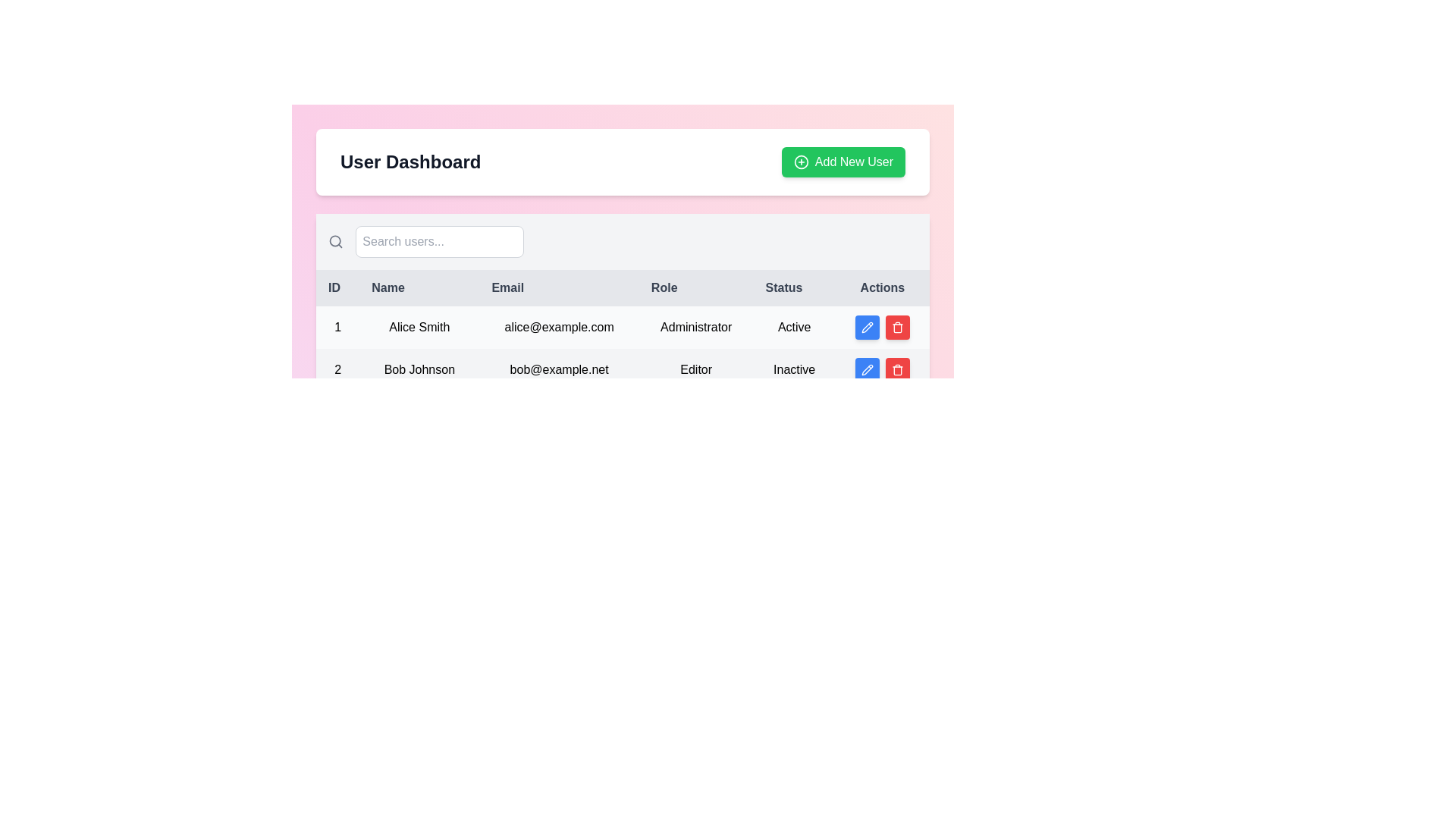 This screenshot has height=819, width=1456. Describe the element at coordinates (695, 370) in the screenshot. I see `the static text element displaying 'Editor' located in the second row of the table under the 'Role' column, following 'Bob Johnson' in the 'Name' column` at that location.